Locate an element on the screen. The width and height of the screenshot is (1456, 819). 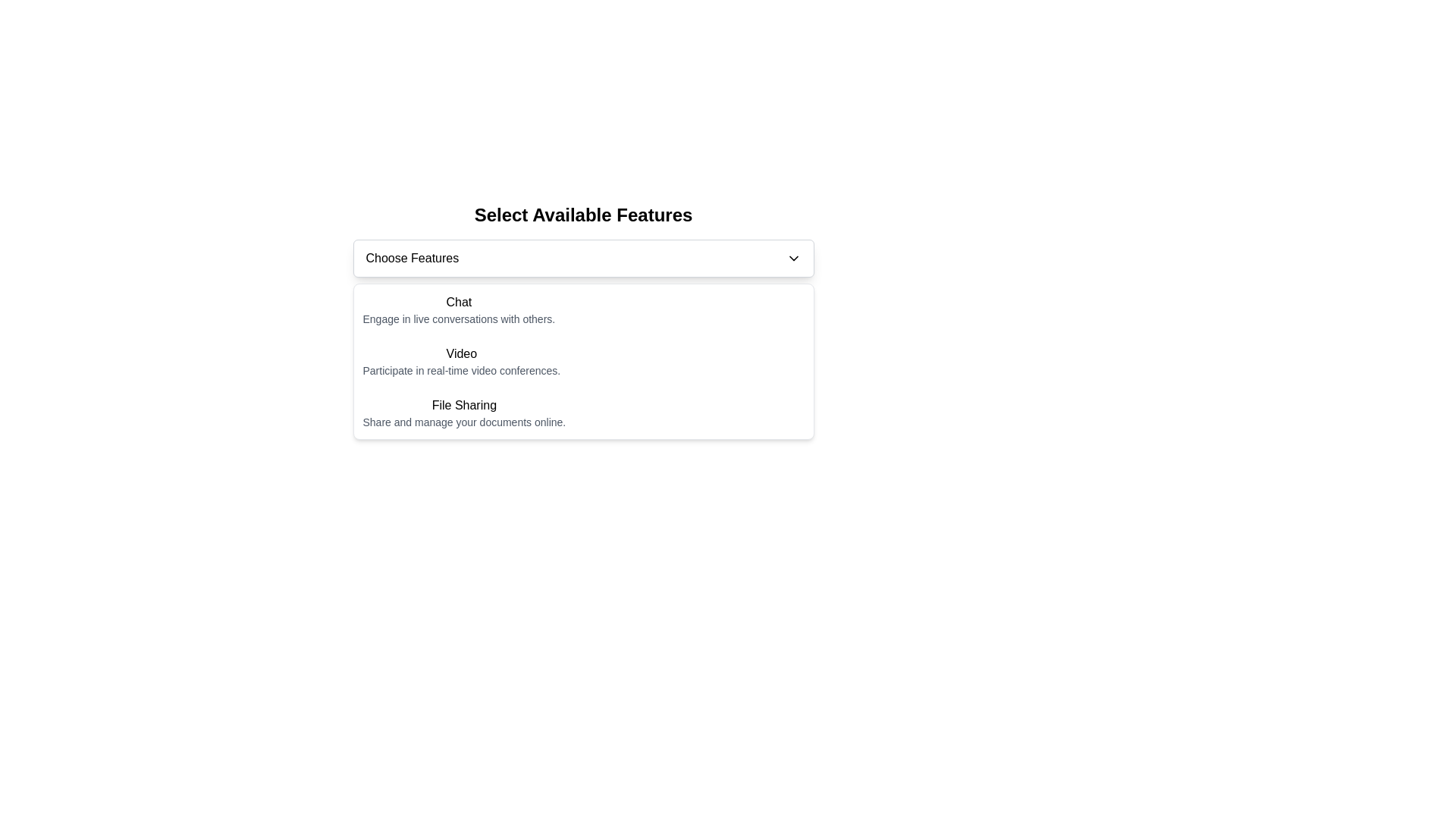
the topmost selectable list item labeled 'Chat' in the dropdown menu under 'Select Available Features' is located at coordinates (582, 309).